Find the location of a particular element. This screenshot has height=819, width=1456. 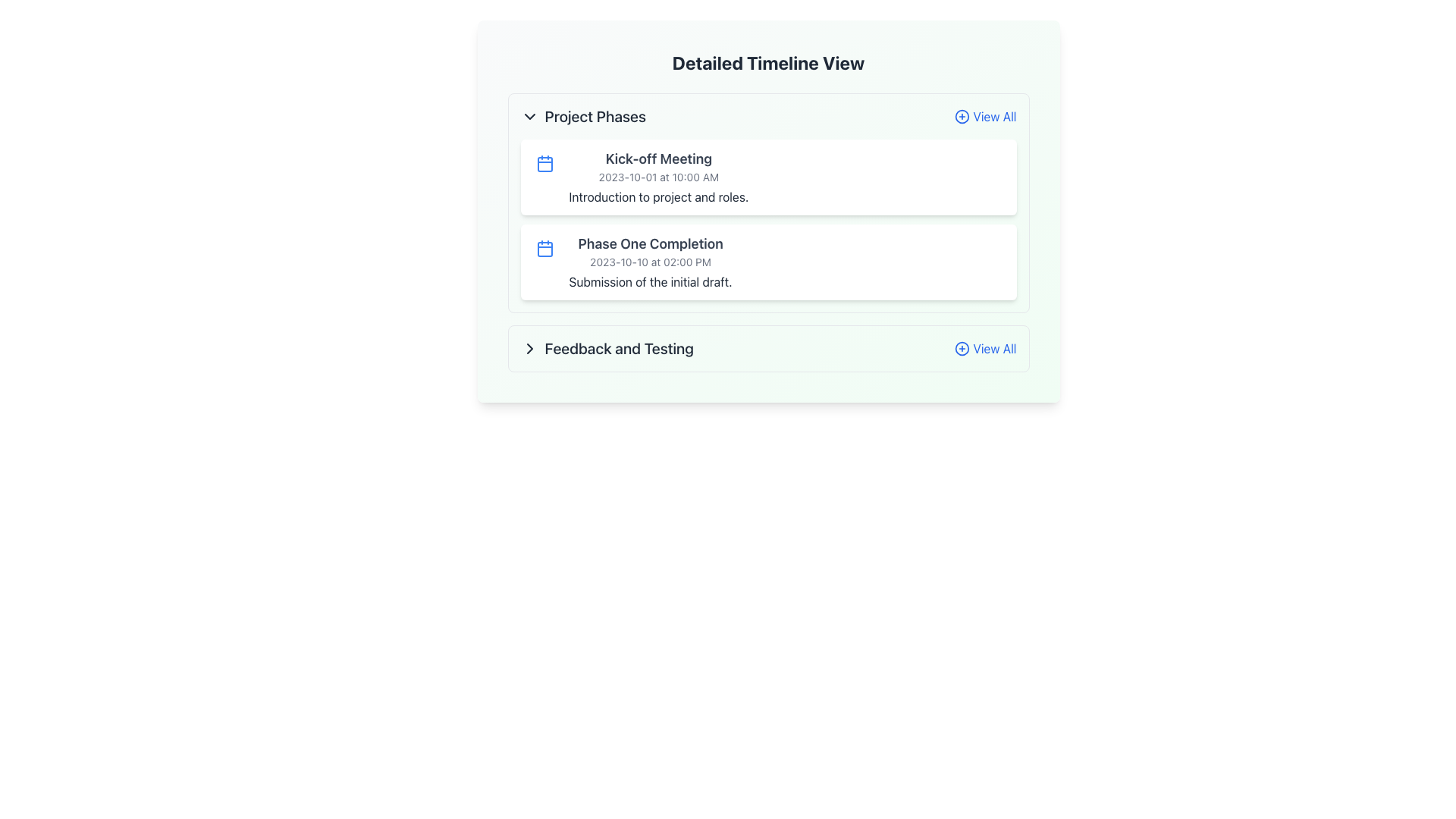

the downward arrow icon located to the left of the 'Project Phases' text in the header to initiate the tooltip display is located at coordinates (529, 116).